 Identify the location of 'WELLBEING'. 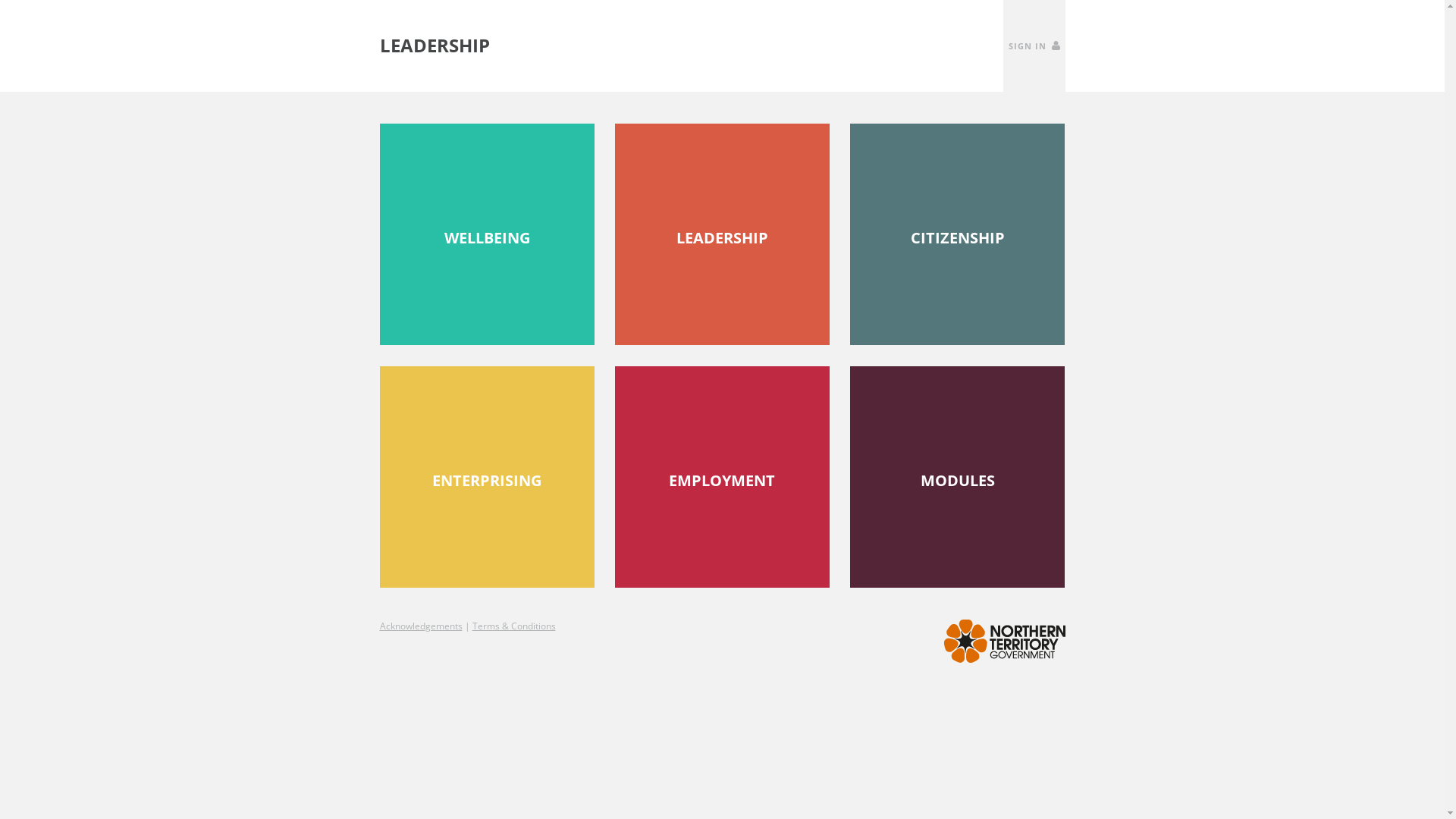
(486, 234).